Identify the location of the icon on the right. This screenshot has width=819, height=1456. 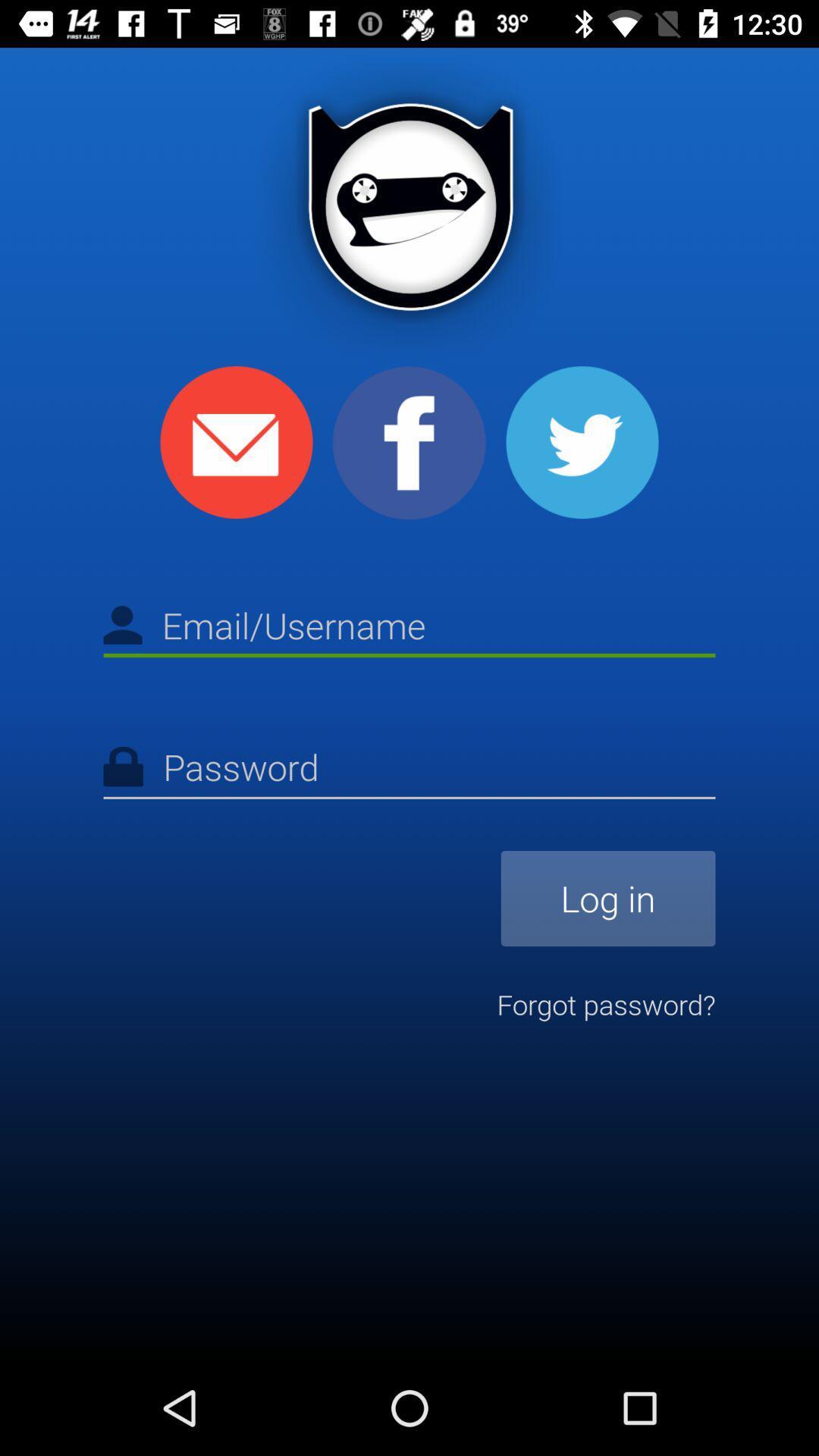
(607, 899).